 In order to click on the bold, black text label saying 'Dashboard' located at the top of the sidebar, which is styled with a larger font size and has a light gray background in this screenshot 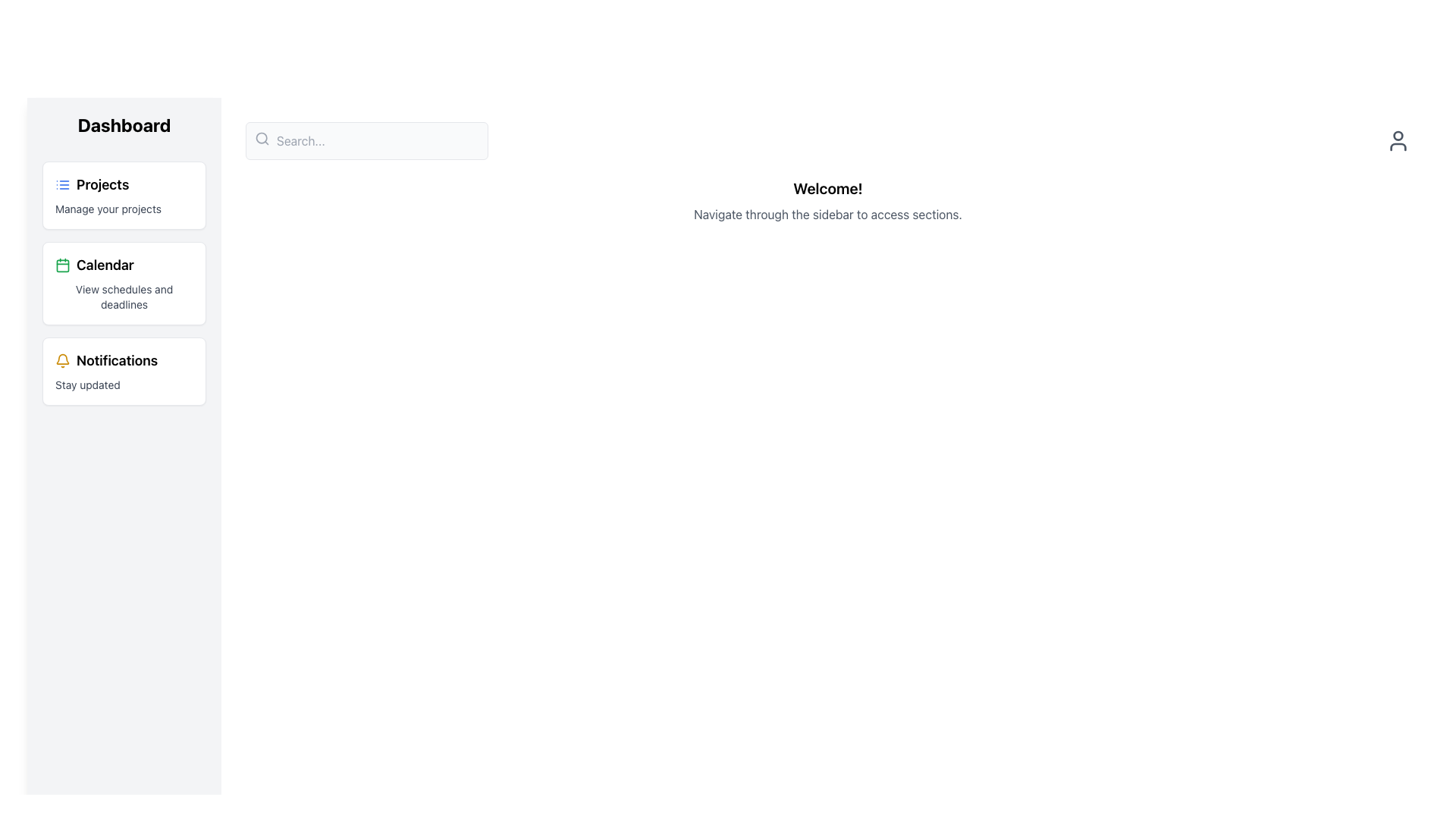, I will do `click(124, 124)`.